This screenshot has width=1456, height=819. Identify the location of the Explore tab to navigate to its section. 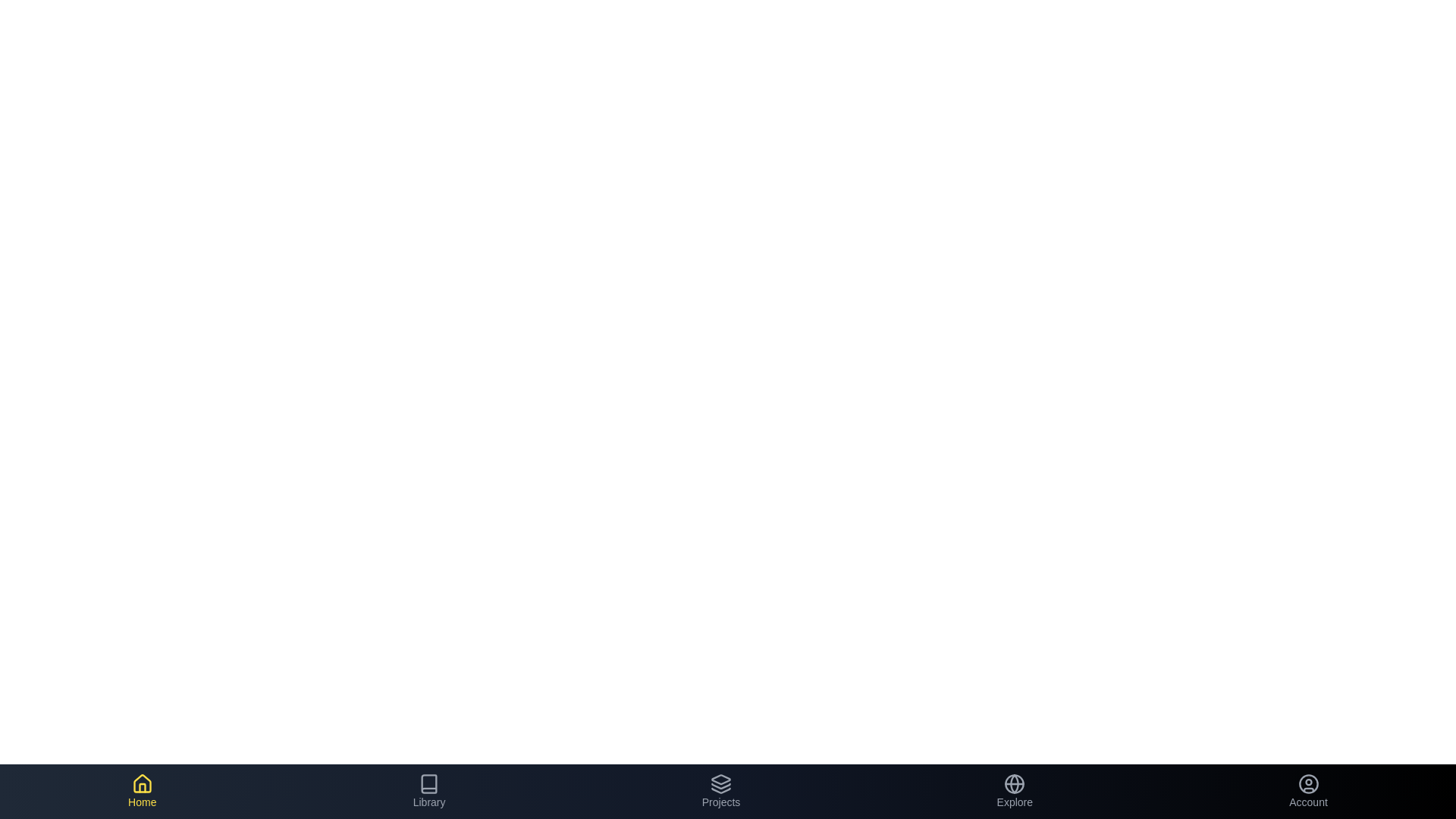
(1015, 791).